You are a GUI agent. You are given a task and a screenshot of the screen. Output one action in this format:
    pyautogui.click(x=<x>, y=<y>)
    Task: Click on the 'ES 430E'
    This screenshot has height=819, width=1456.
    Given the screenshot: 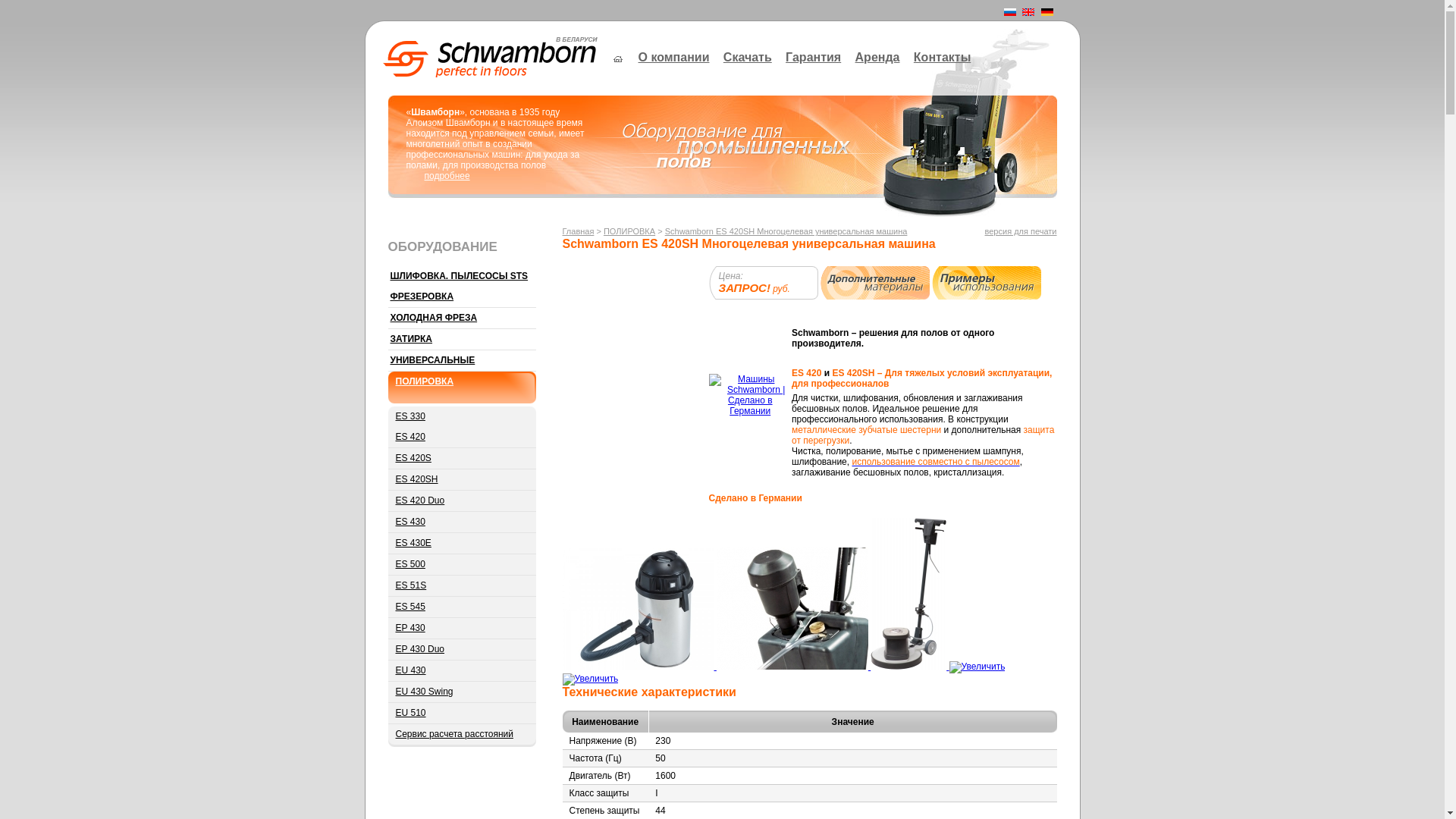 What is the action you would take?
    pyautogui.click(x=461, y=543)
    